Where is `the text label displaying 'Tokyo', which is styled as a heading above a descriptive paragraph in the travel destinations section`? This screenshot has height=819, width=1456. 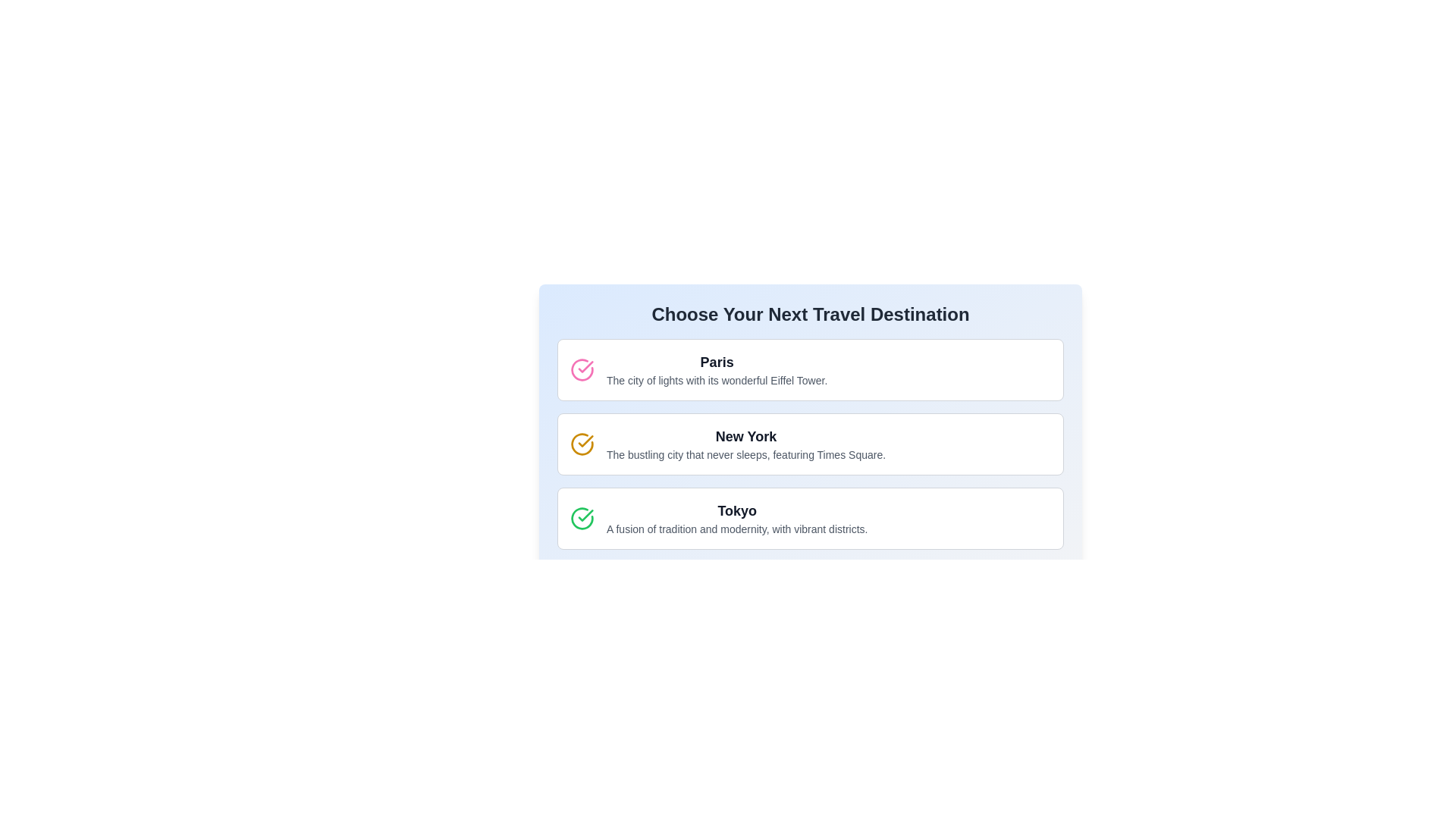 the text label displaying 'Tokyo', which is styled as a heading above a descriptive paragraph in the travel destinations section is located at coordinates (737, 511).